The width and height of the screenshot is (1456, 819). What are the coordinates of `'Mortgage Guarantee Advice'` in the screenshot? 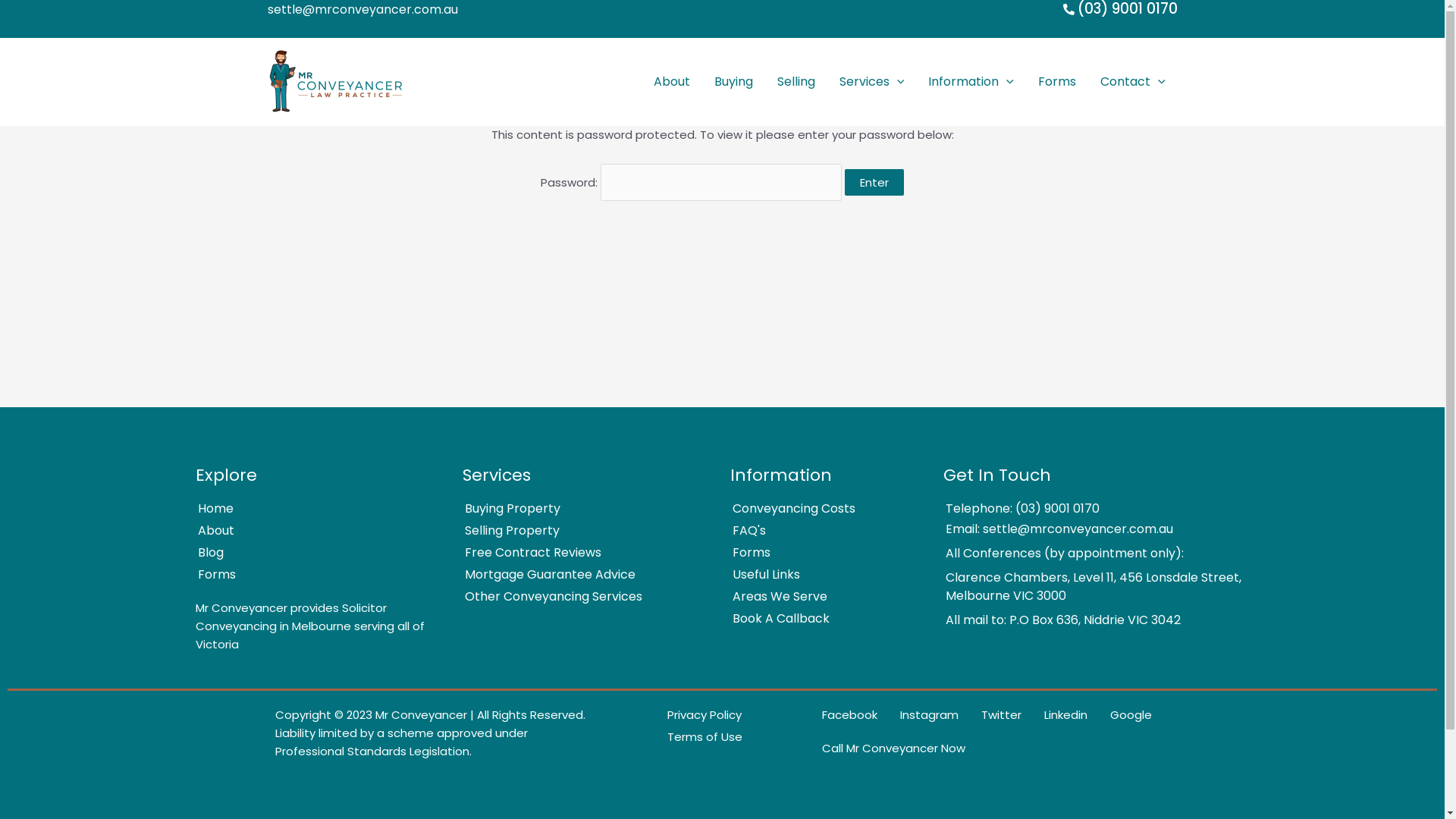 It's located at (579, 575).